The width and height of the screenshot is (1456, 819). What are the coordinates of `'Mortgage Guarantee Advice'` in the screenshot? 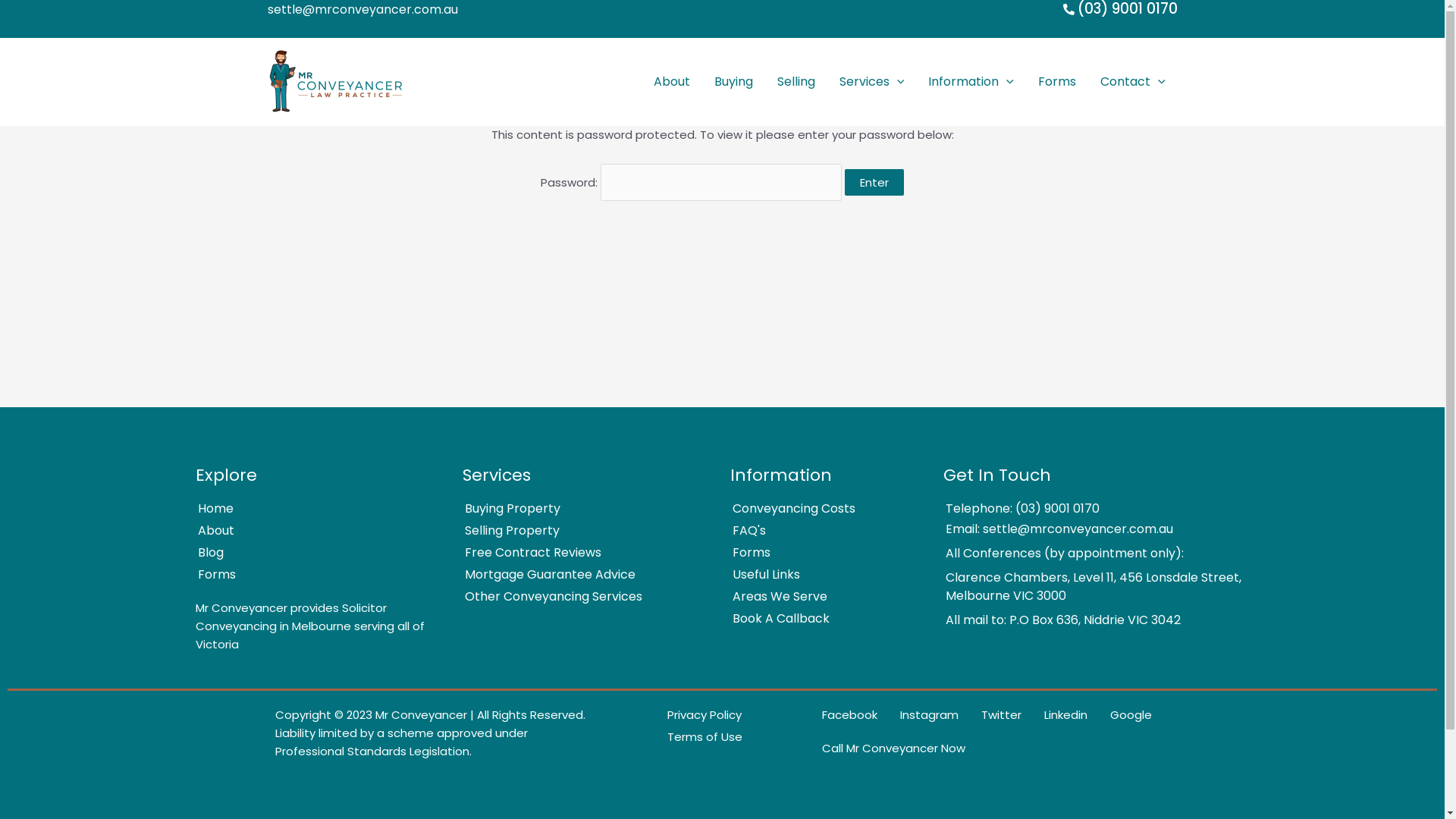 It's located at (579, 575).